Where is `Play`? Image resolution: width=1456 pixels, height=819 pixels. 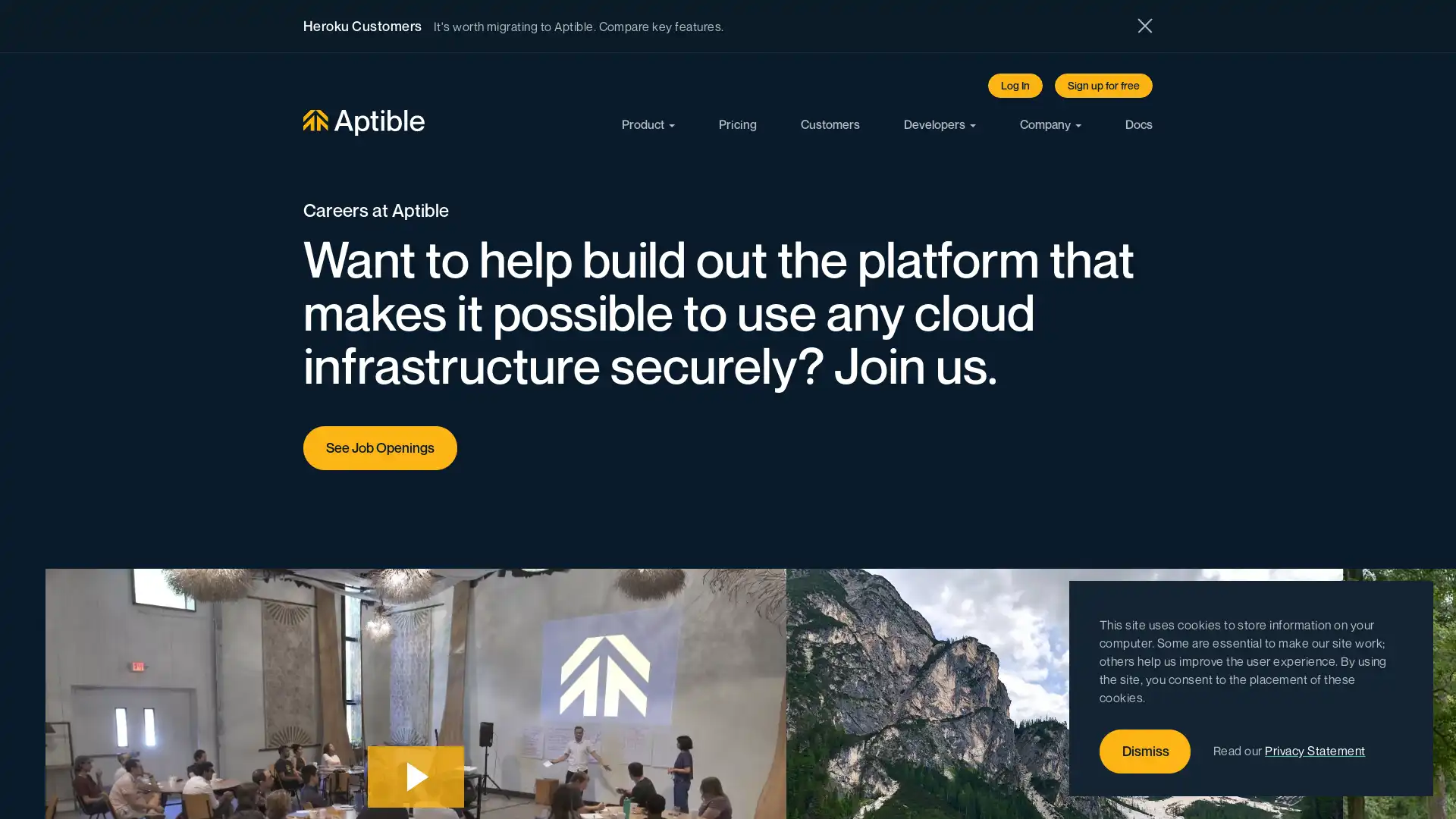 Play is located at coordinates (416, 776).